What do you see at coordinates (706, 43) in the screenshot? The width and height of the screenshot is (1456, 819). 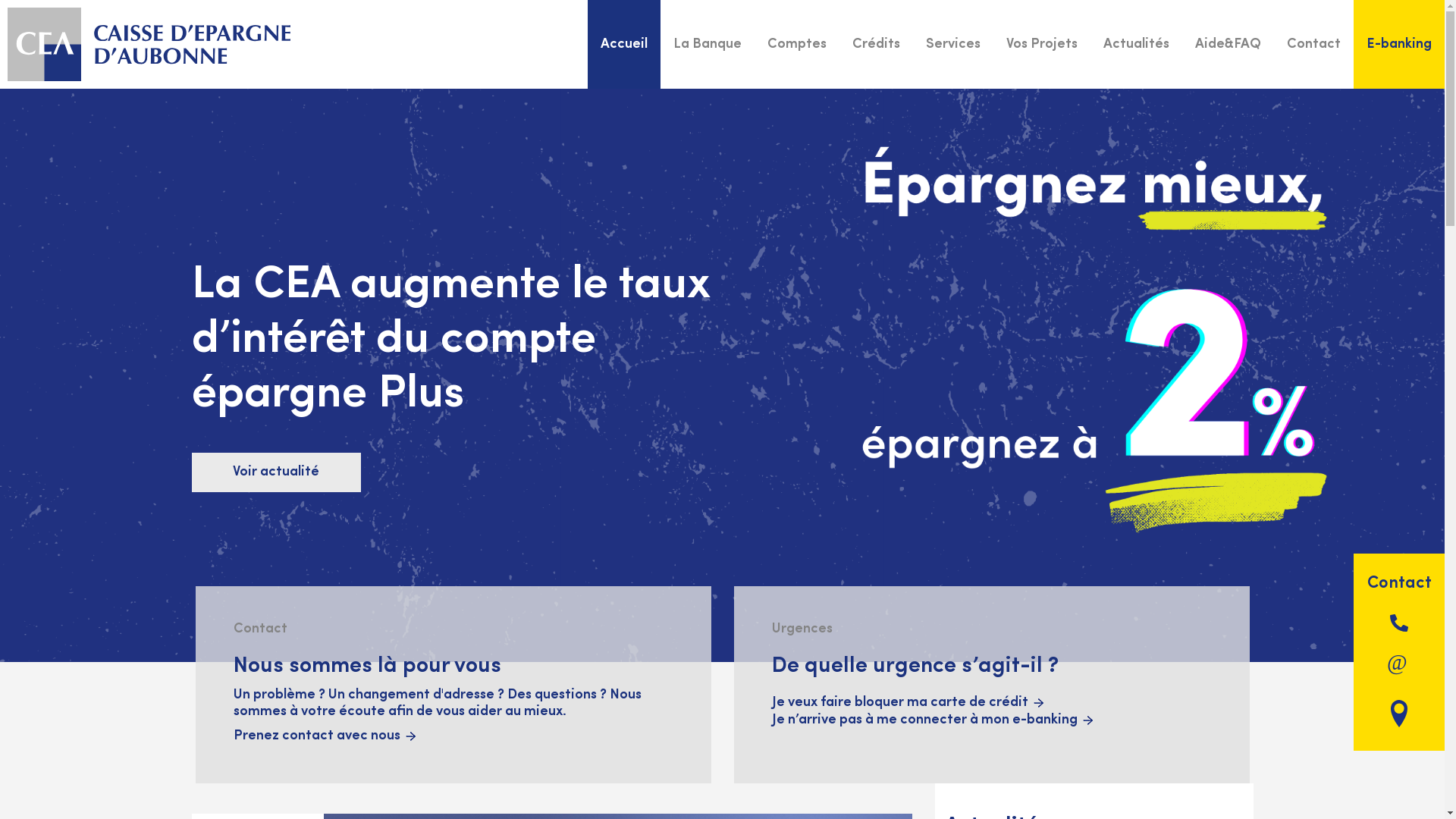 I see `'La Banque'` at bounding box center [706, 43].